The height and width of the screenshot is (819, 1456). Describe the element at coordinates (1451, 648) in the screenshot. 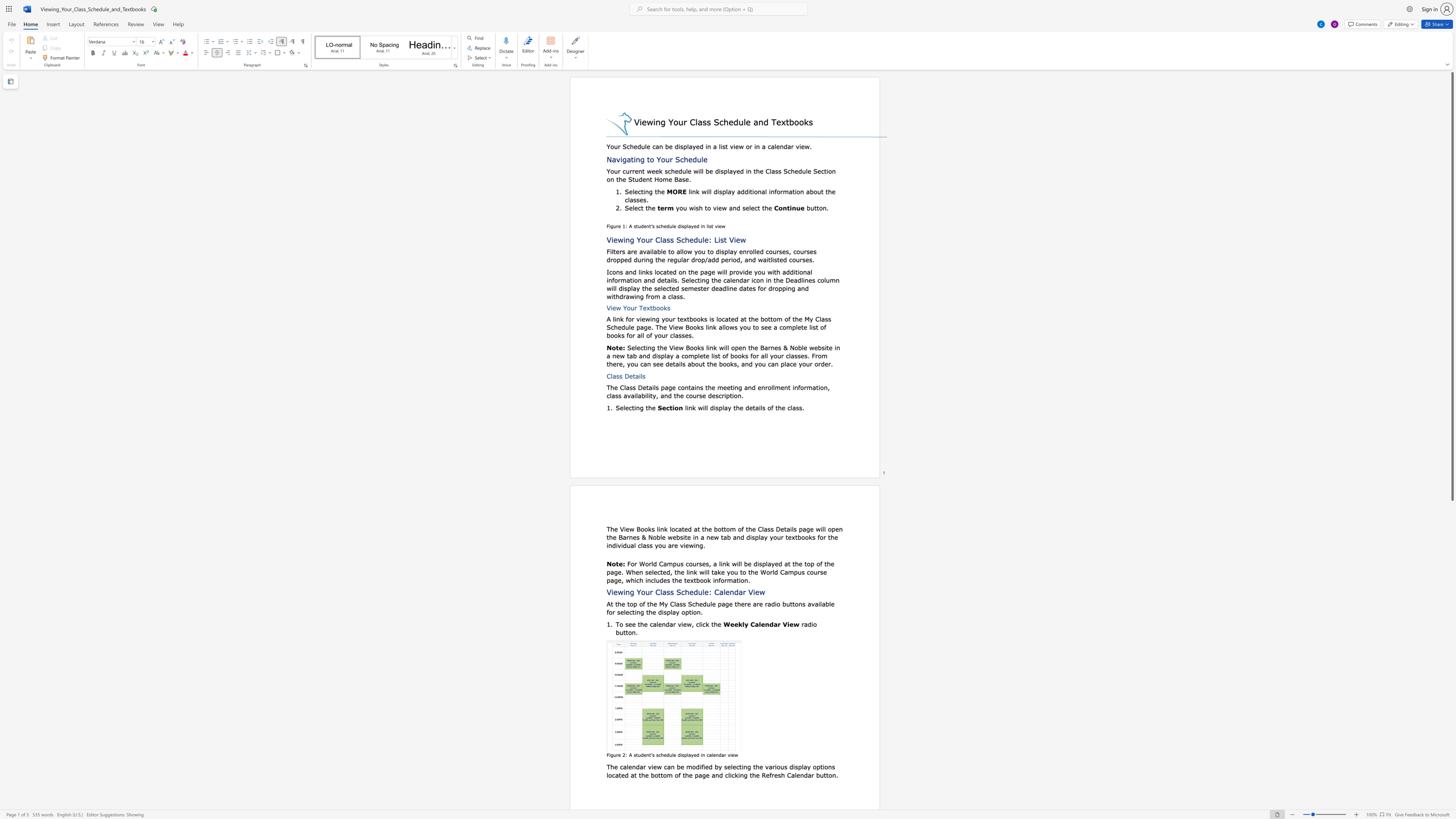

I see `the scrollbar to move the content lower` at that location.